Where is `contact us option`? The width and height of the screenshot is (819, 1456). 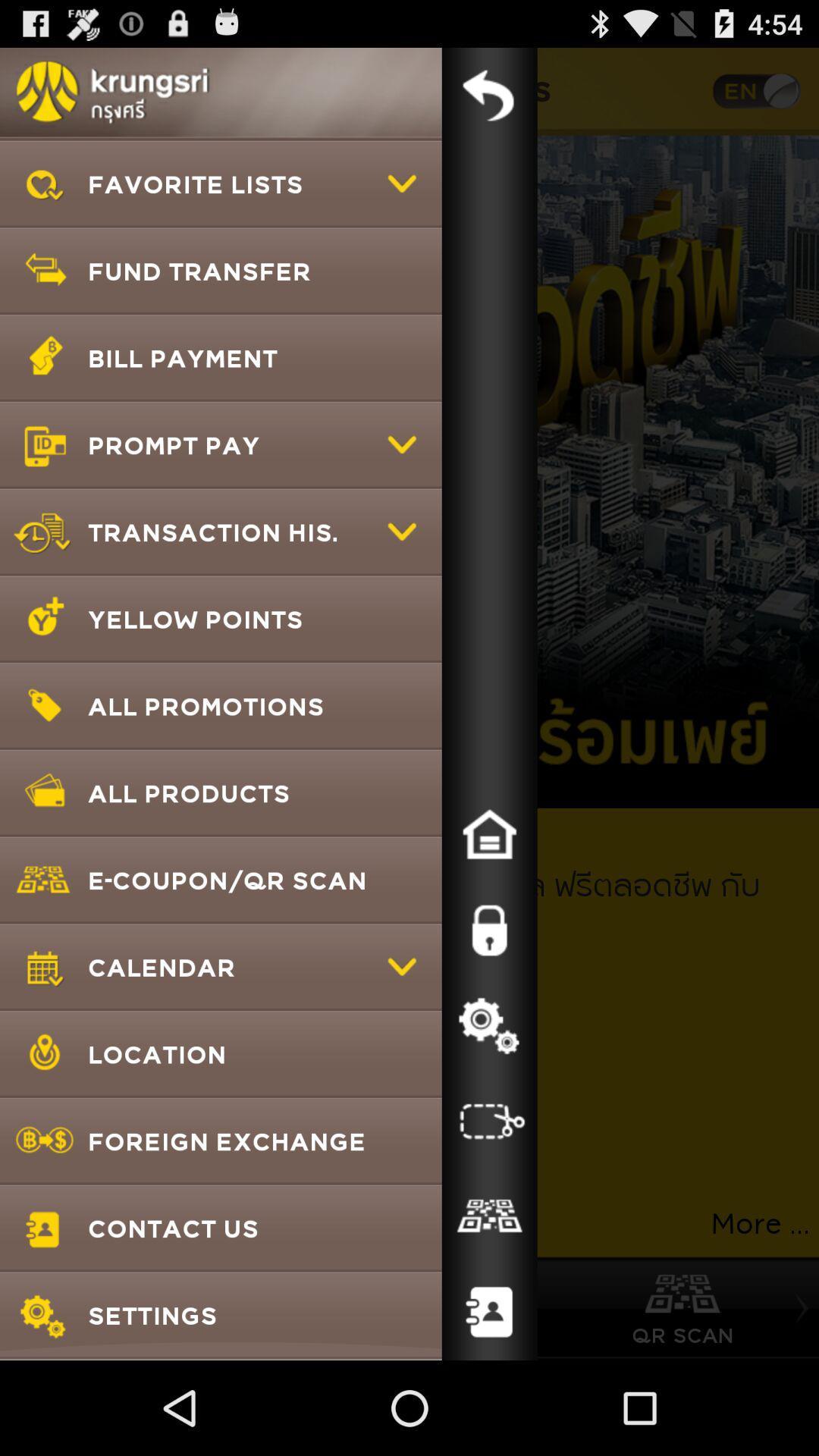 contact us option is located at coordinates (489, 1312).